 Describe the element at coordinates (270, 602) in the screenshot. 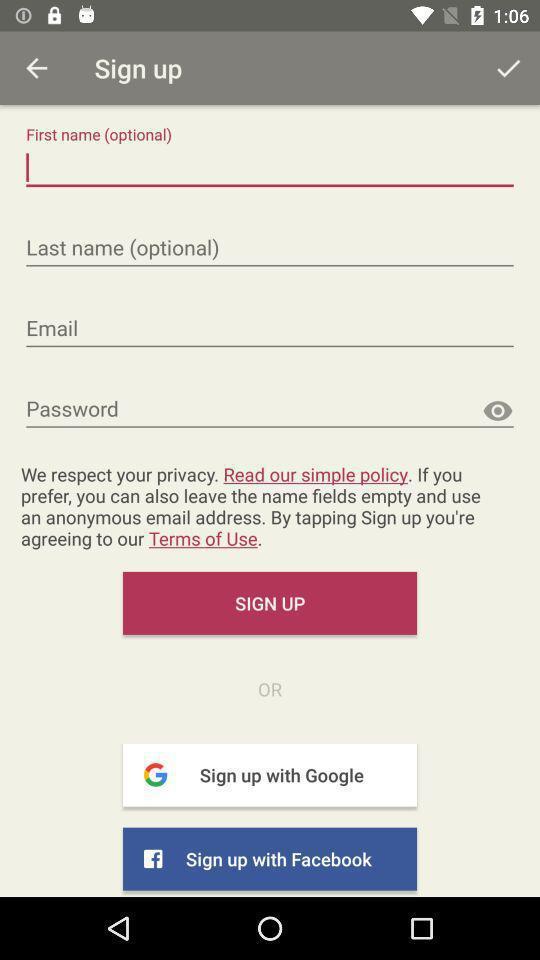

I see `sign up` at that location.